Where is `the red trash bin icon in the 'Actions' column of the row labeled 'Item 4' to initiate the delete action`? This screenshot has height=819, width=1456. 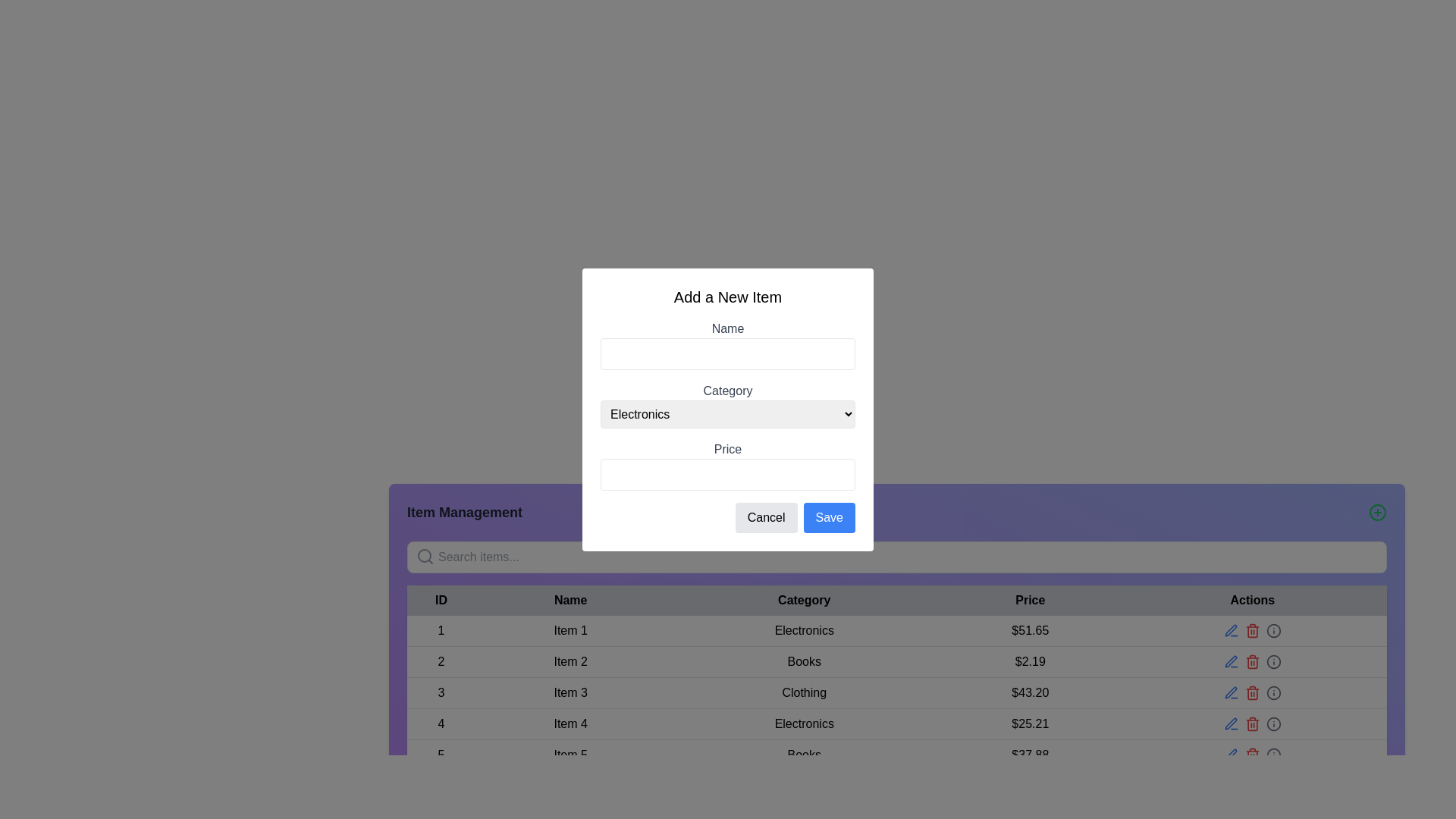 the red trash bin icon in the 'Actions' column of the row labeled 'Item 4' to initiate the delete action is located at coordinates (1252, 723).